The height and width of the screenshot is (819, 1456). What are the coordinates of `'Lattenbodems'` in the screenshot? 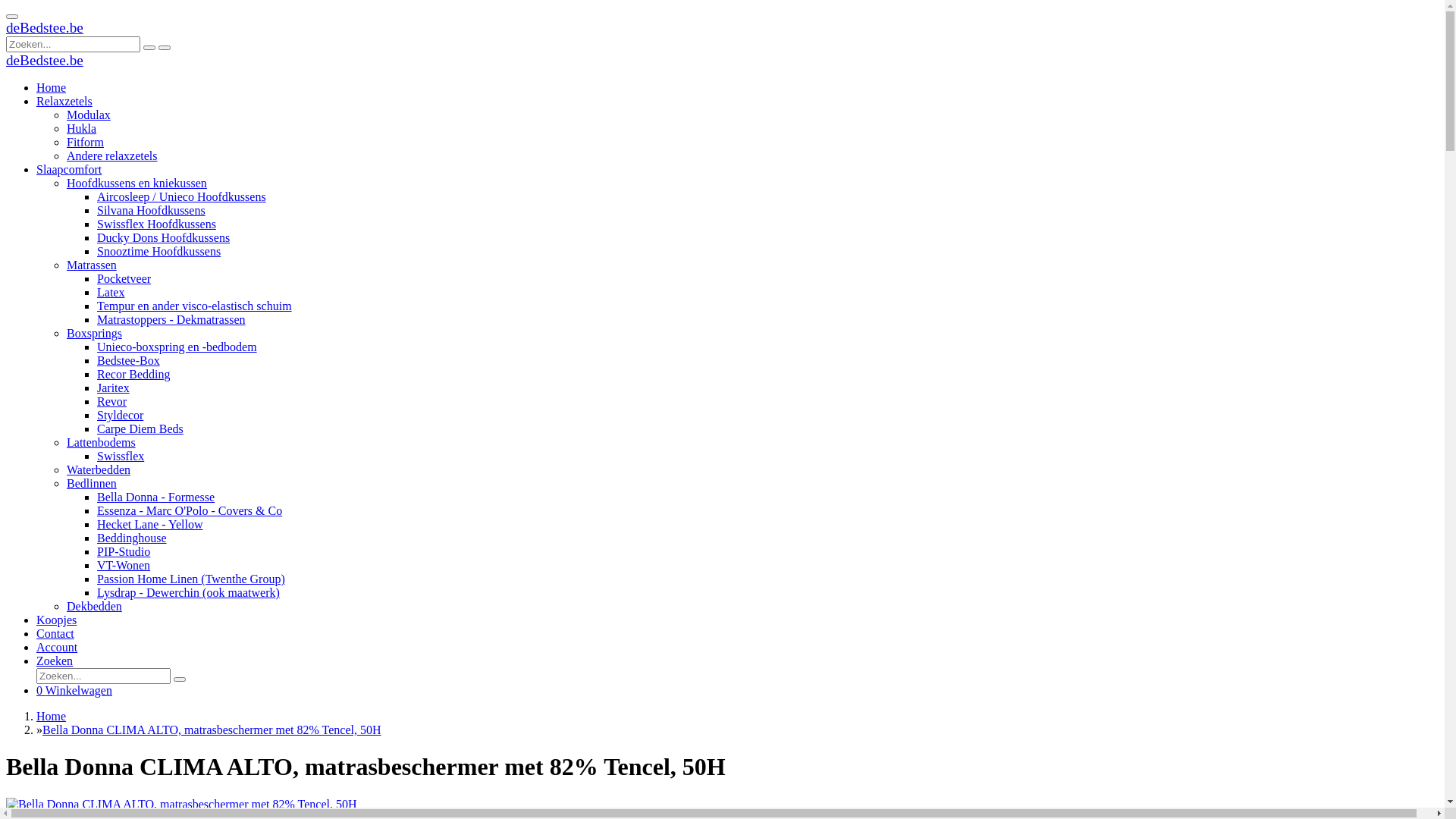 It's located at (100, 442).